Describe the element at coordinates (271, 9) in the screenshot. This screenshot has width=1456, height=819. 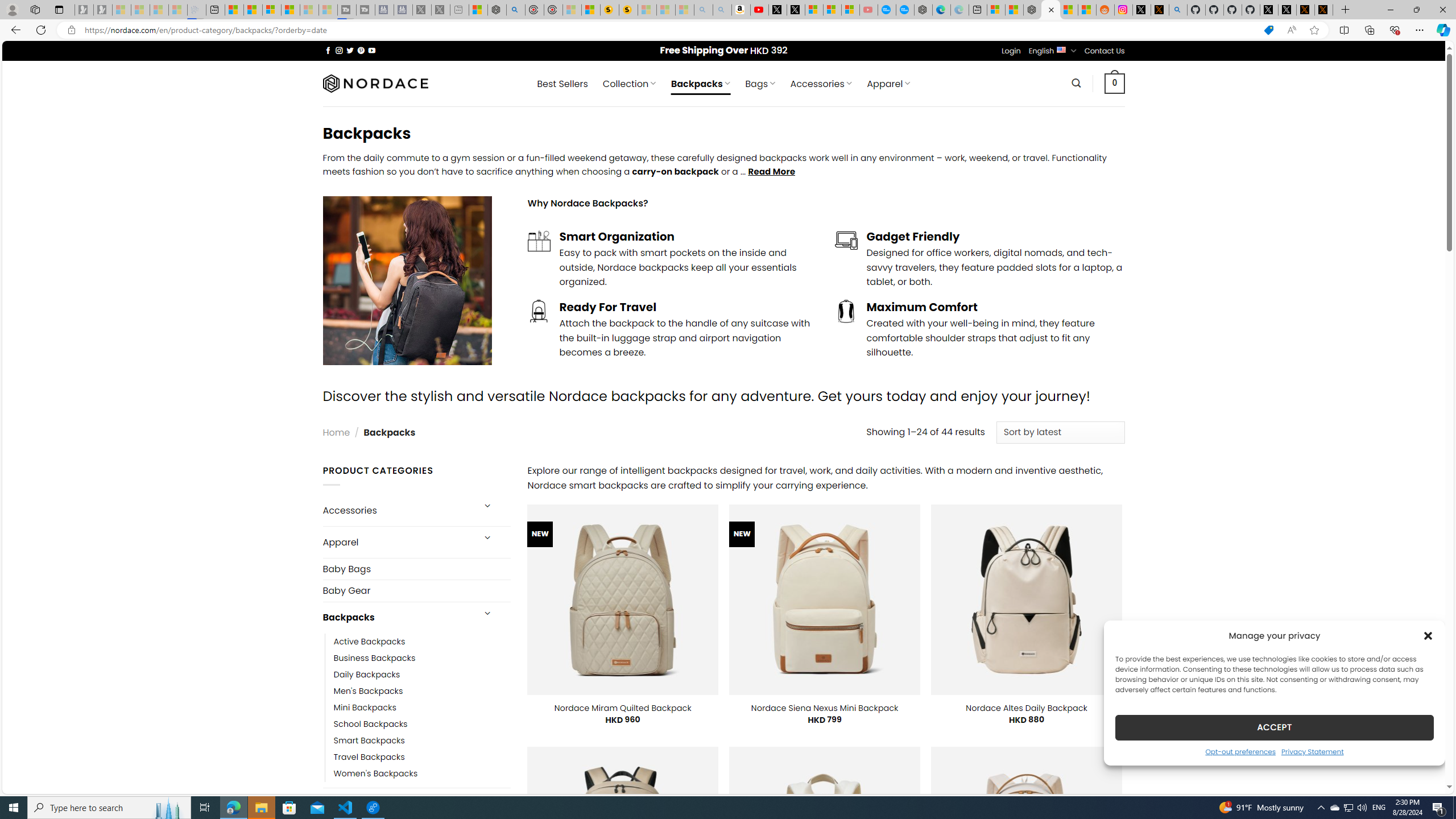
I see `'Overview'` at that location.